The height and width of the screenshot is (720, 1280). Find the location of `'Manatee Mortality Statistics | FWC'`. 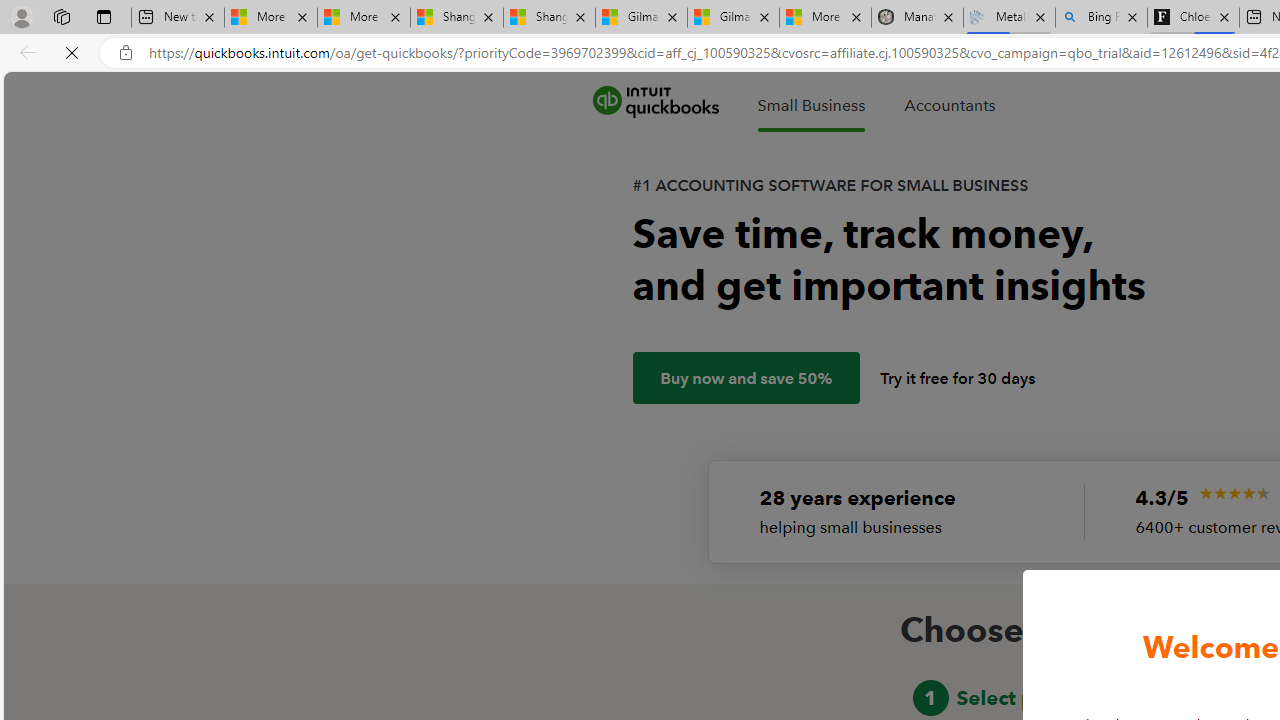

'Manatee Mortality Statistics | FWC' is located at coordinates (916, 17).